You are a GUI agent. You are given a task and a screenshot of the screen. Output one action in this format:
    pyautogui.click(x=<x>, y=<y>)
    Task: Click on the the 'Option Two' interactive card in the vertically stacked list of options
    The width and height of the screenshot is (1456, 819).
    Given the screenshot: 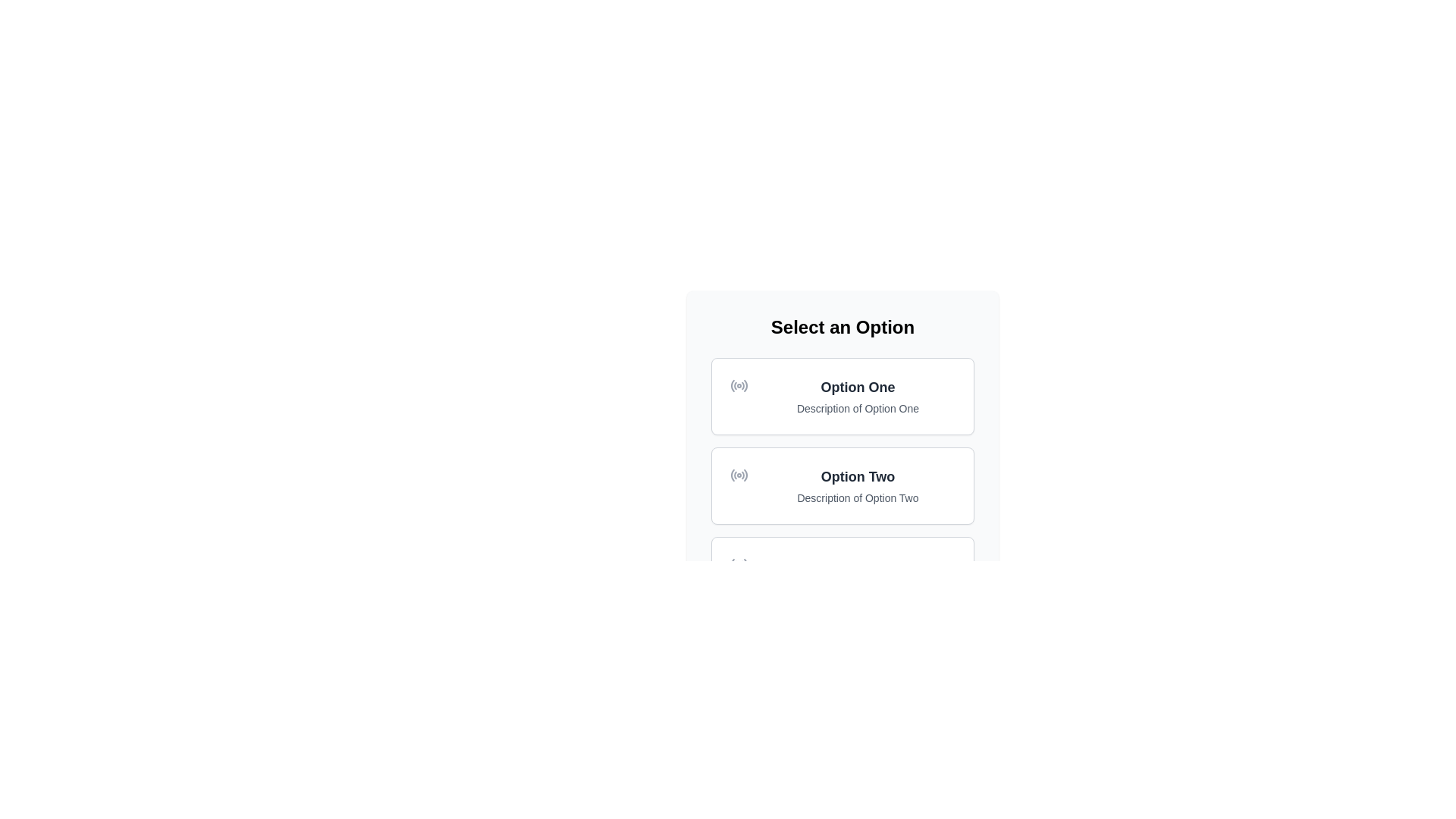 What is the action you would take?
    pyautogui.click(x=842, y=485)
    